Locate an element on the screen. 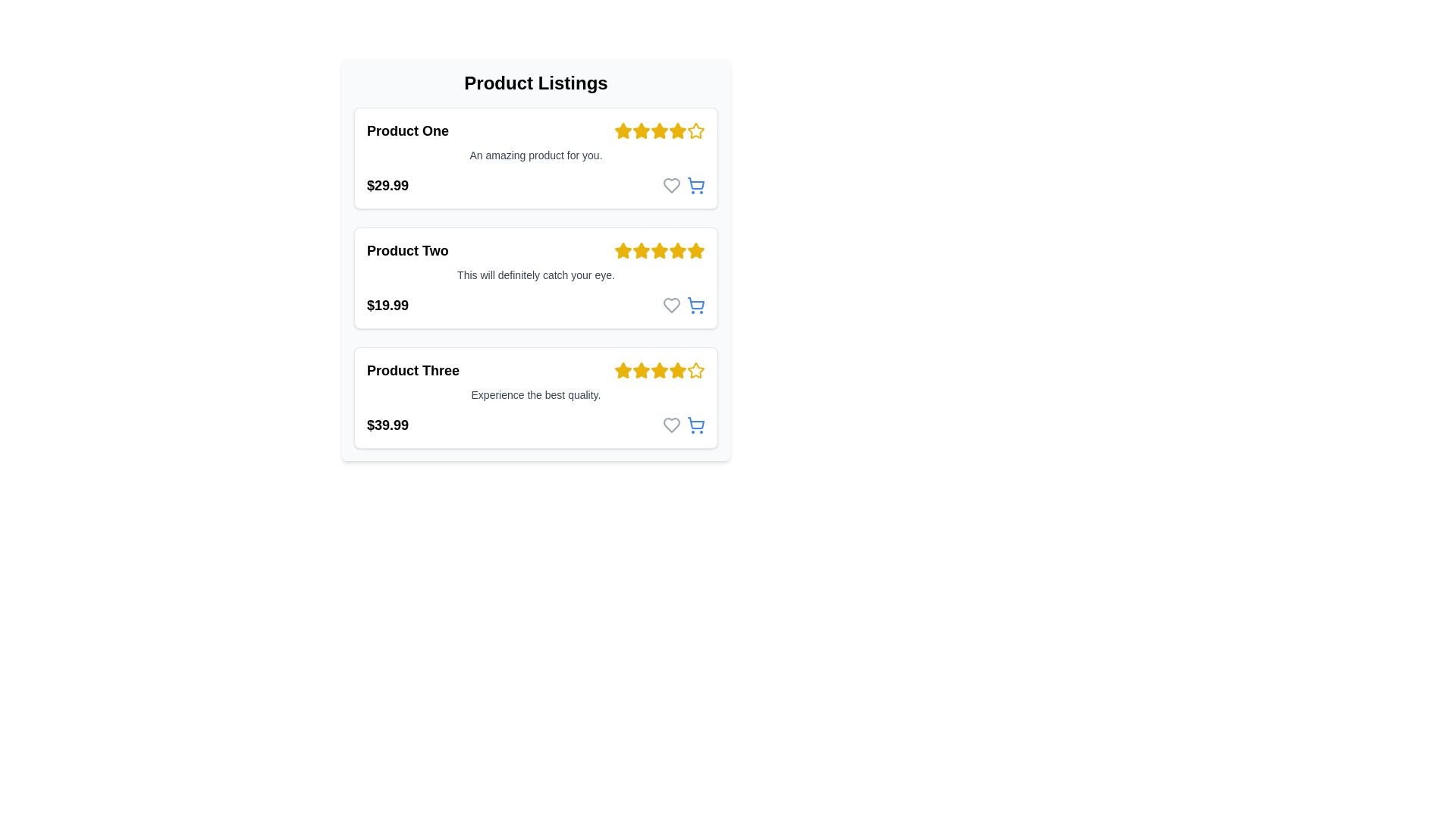 This screenshot has height=819, width=1456. the fifth star icon in the rating system for 'Product Three', which is represented by a yellow filled star with a white center is located at coordinates (695, 370).